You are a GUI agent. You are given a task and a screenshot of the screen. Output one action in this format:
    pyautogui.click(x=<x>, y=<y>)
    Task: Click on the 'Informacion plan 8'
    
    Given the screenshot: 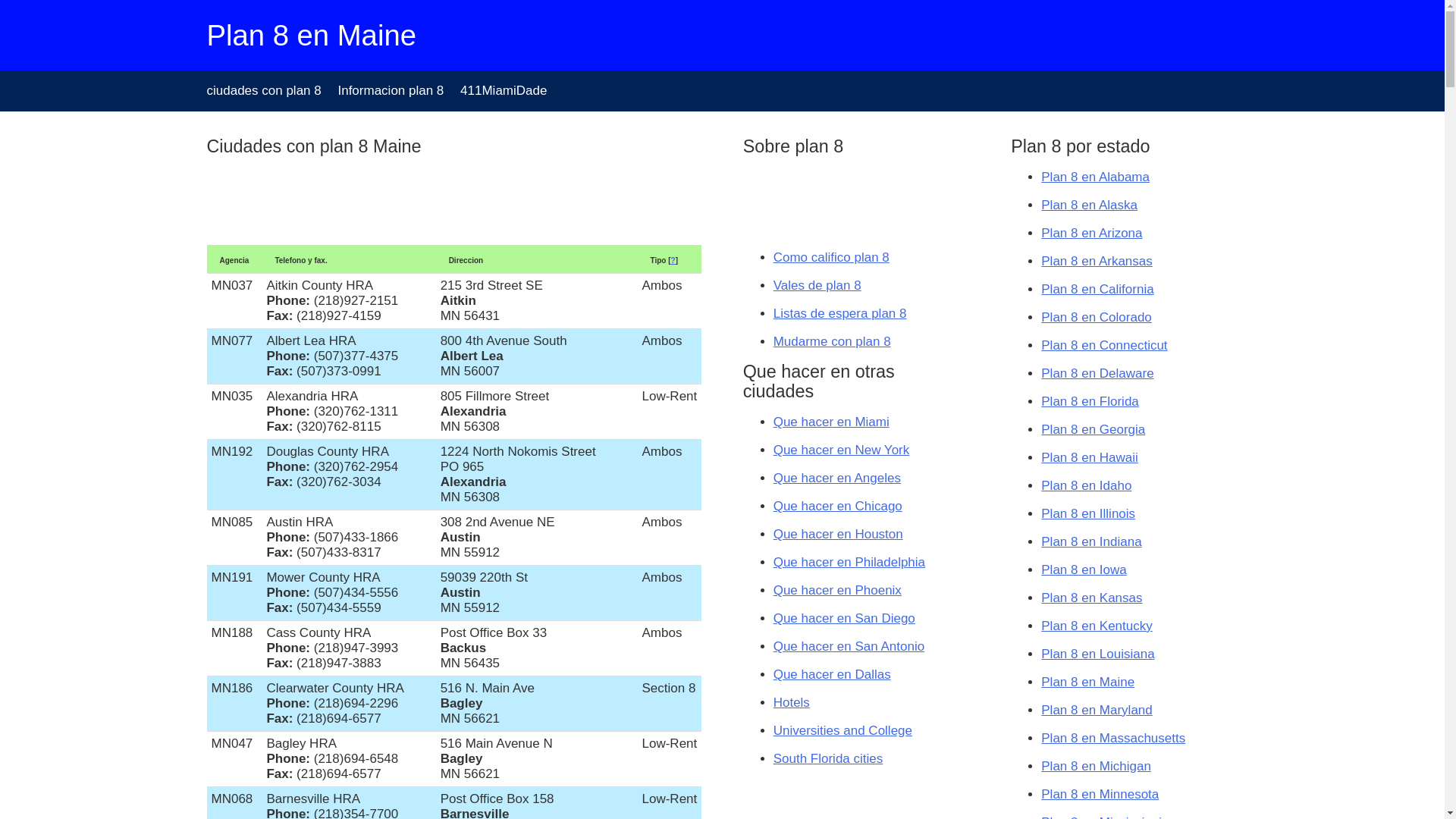 What is the action you would take?
    pyautogui.click(x=390, y=90)
    